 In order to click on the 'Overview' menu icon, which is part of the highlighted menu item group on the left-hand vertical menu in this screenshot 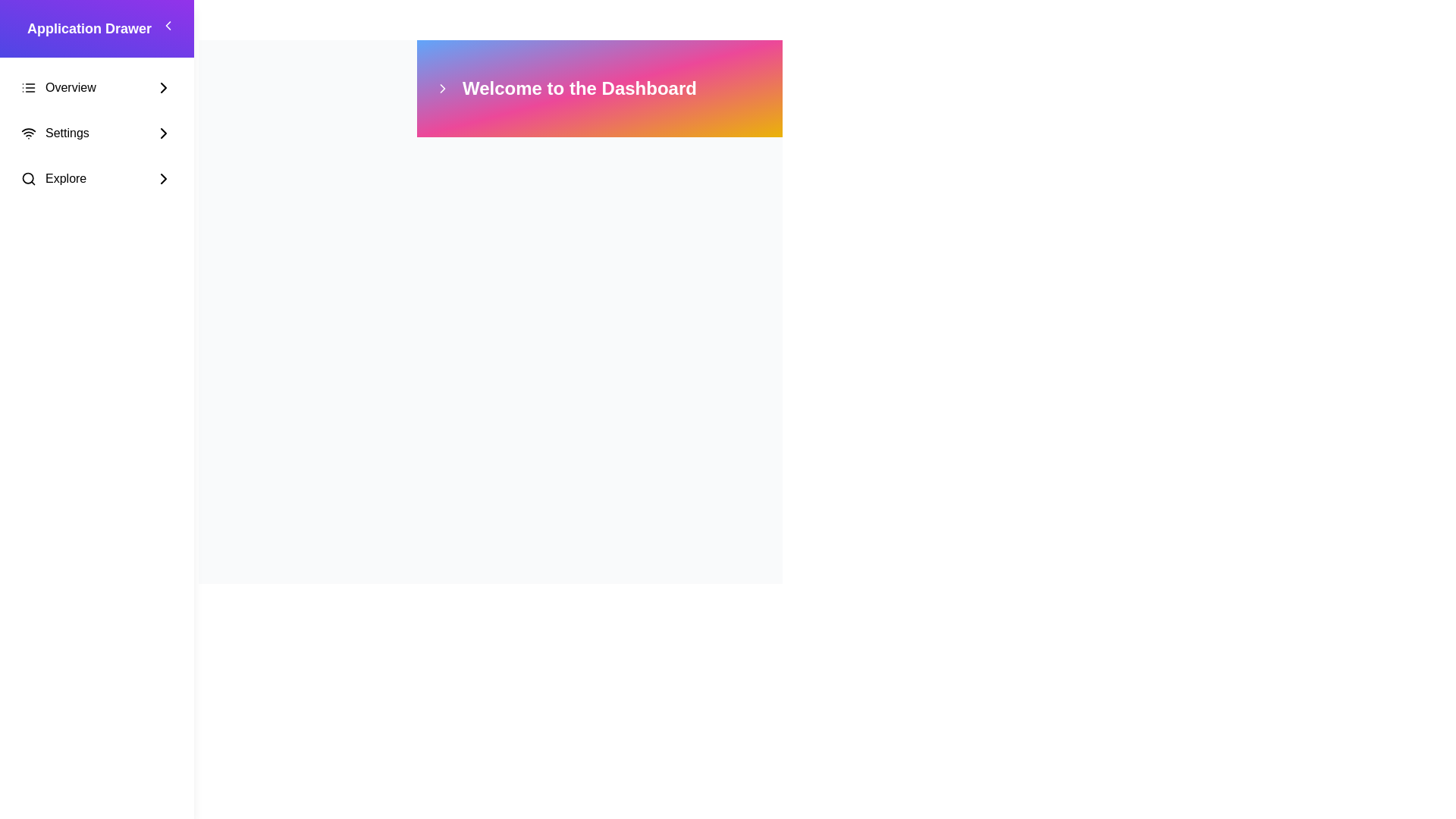, I will do `click(29, 87)`.